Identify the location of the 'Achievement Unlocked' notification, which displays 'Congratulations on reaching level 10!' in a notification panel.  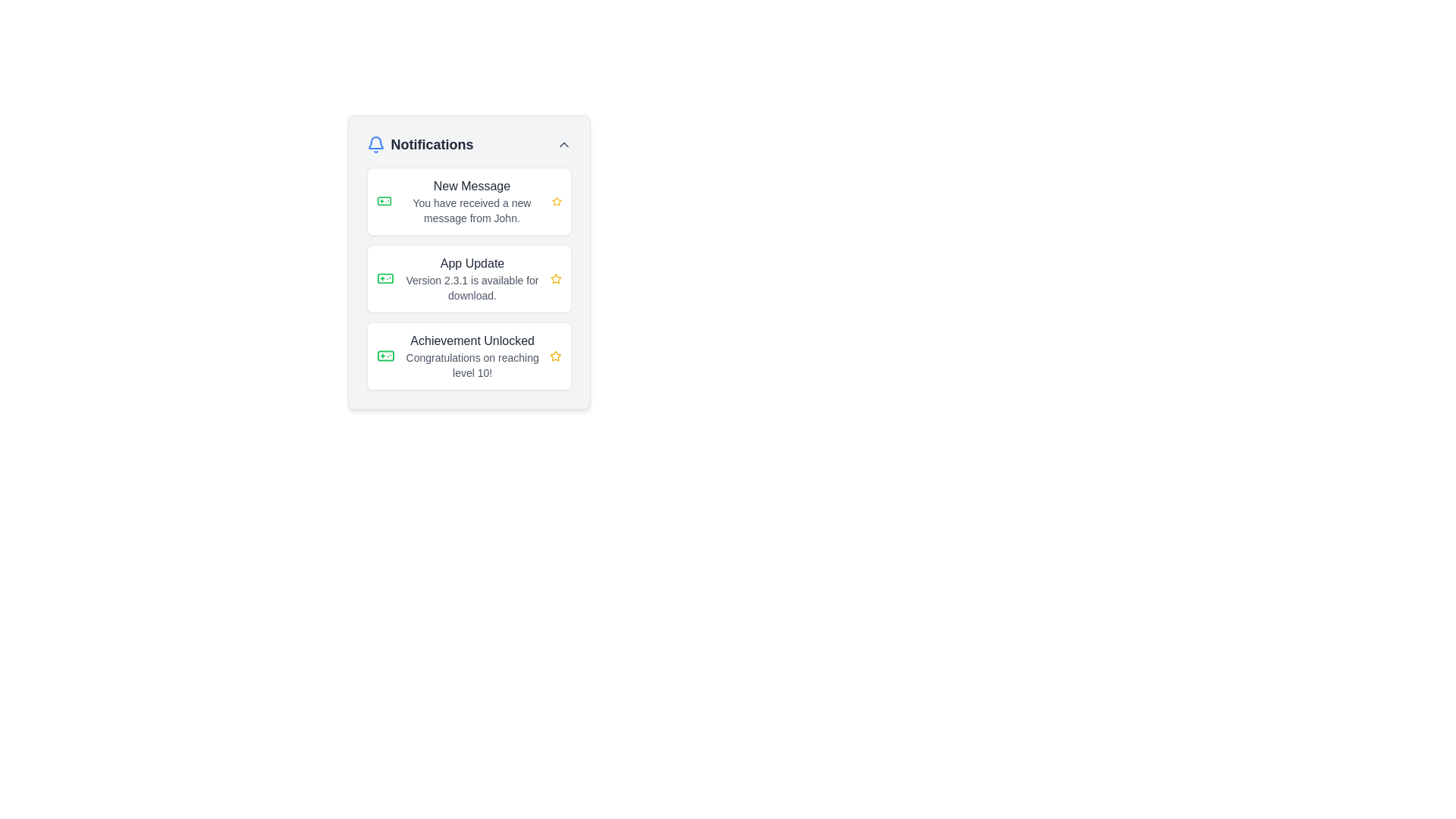
(472, 356).